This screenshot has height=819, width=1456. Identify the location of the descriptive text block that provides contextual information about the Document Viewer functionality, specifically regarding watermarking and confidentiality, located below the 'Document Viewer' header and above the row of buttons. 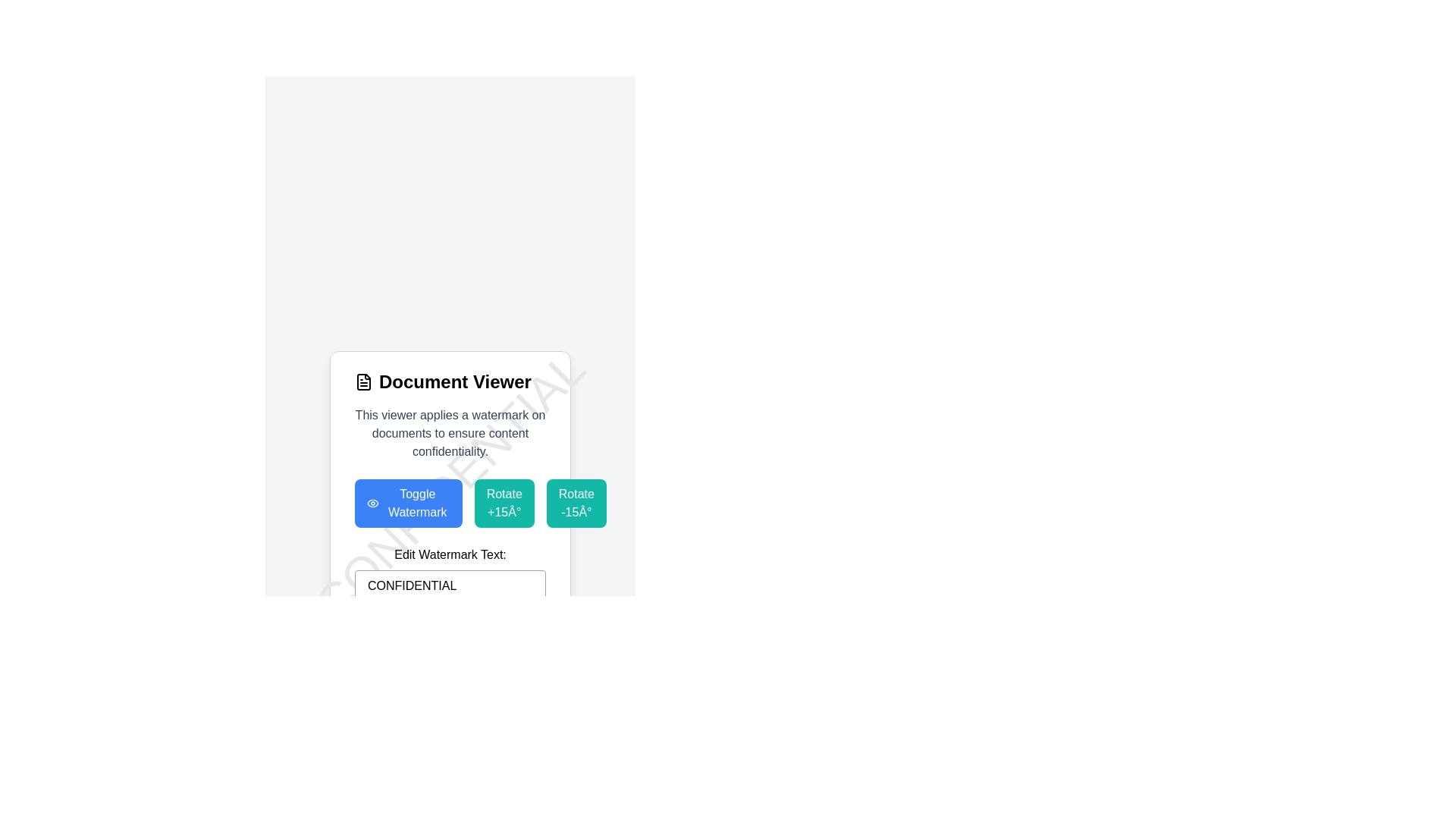
(450, 433).